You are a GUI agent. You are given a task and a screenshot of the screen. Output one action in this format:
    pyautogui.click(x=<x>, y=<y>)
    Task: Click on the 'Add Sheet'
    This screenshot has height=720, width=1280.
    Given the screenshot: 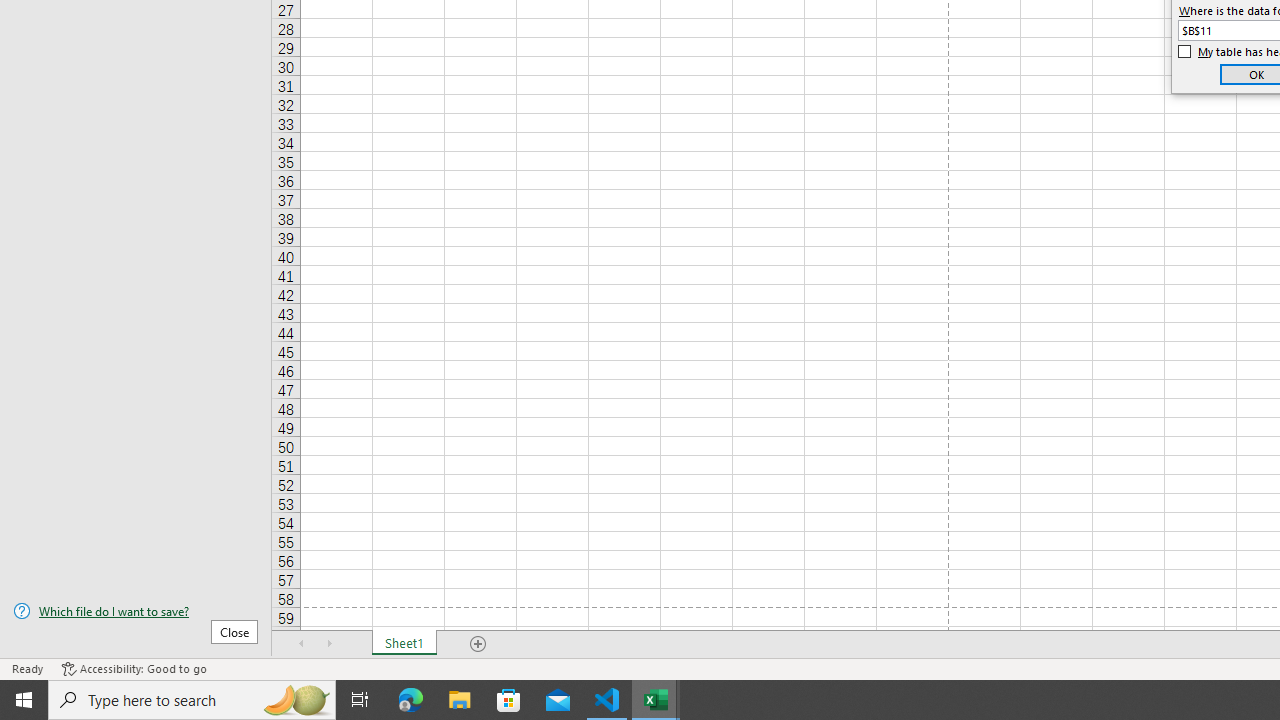 What is the action you would take?
    pyautogui.click(x=477, y=644)
    